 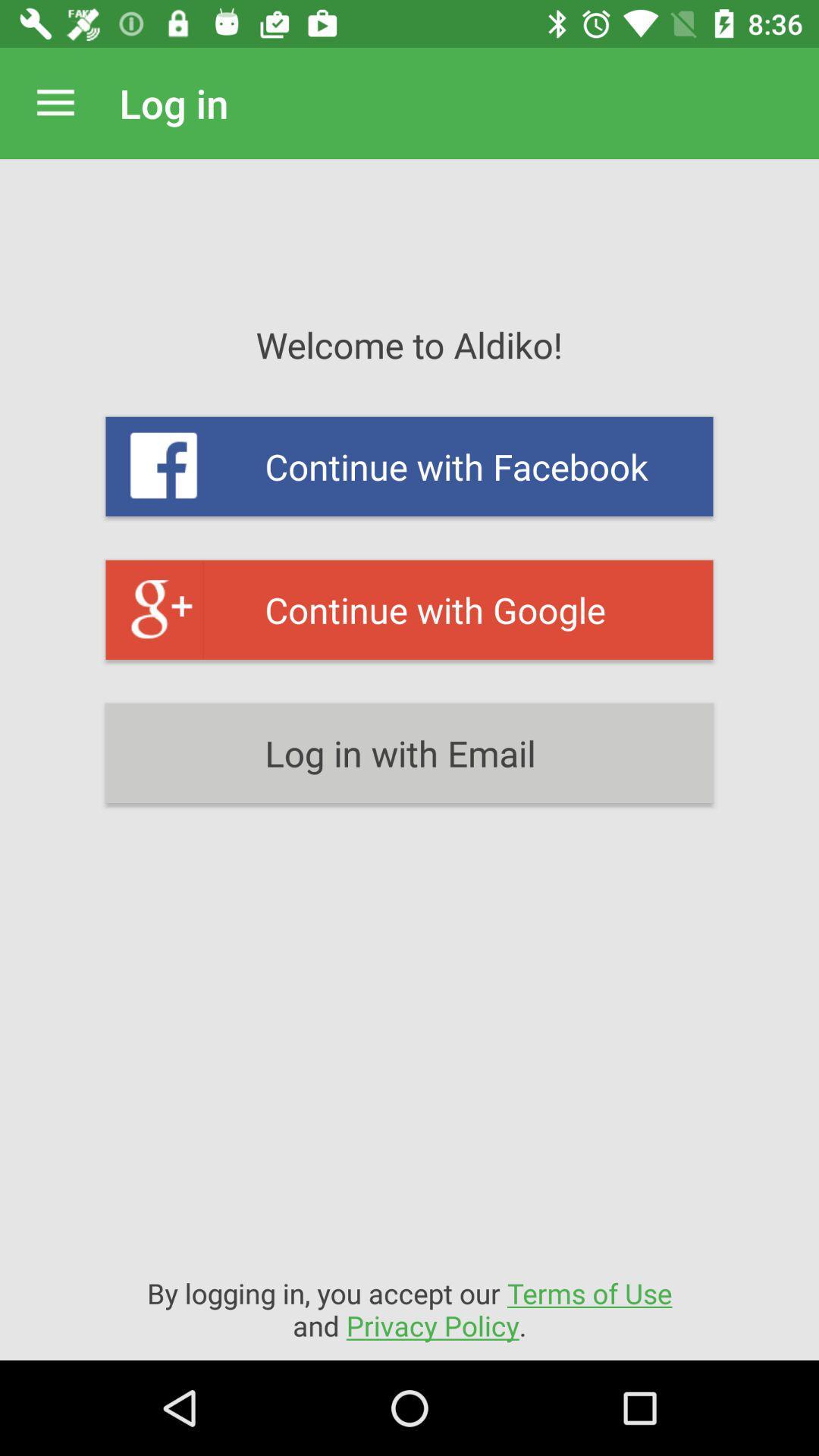 I want to click on the app next to log in icon, so click(x=55, y=102).